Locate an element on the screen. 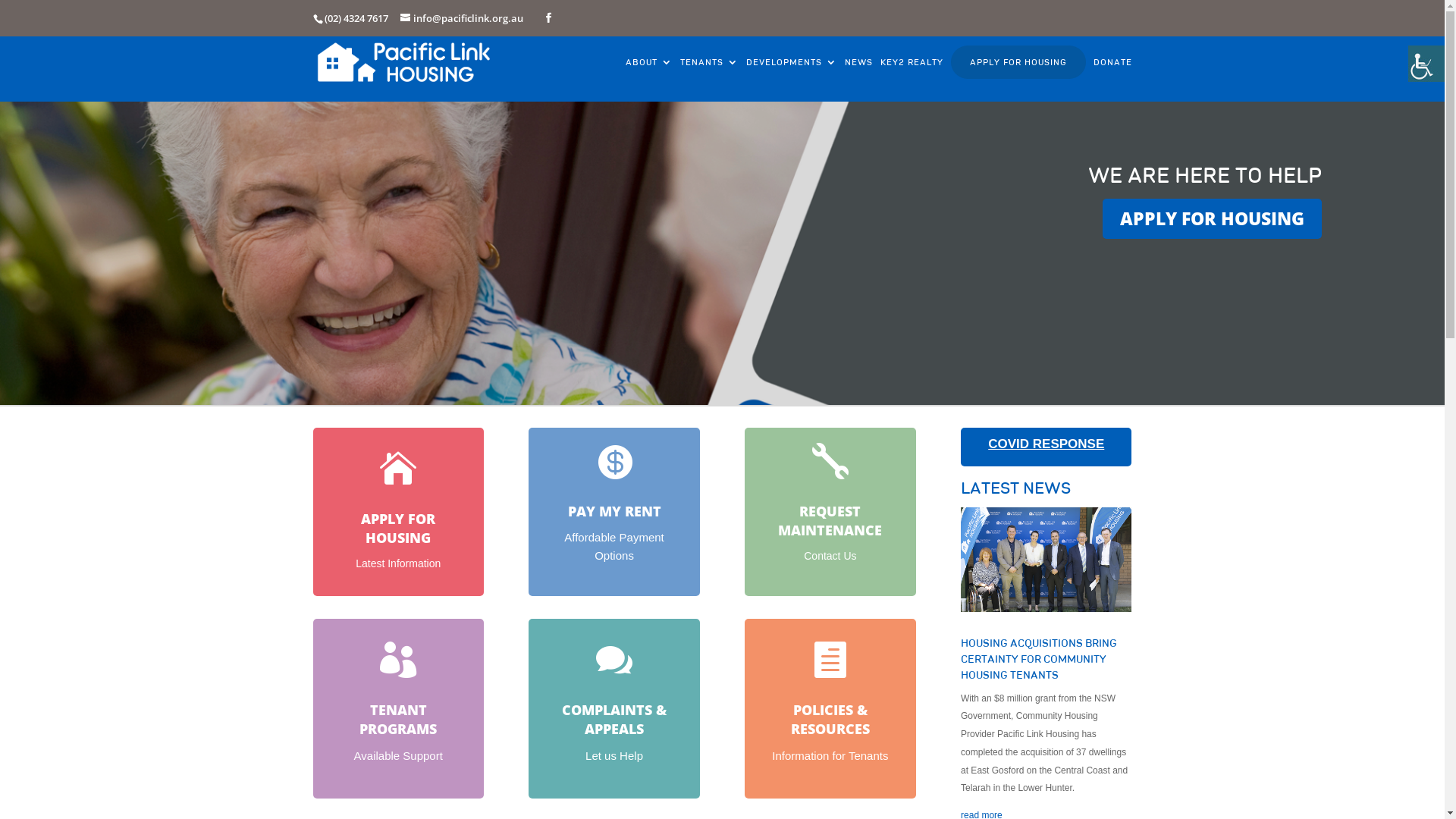  'Information for Tenants' is located at coordinates (829, 755).